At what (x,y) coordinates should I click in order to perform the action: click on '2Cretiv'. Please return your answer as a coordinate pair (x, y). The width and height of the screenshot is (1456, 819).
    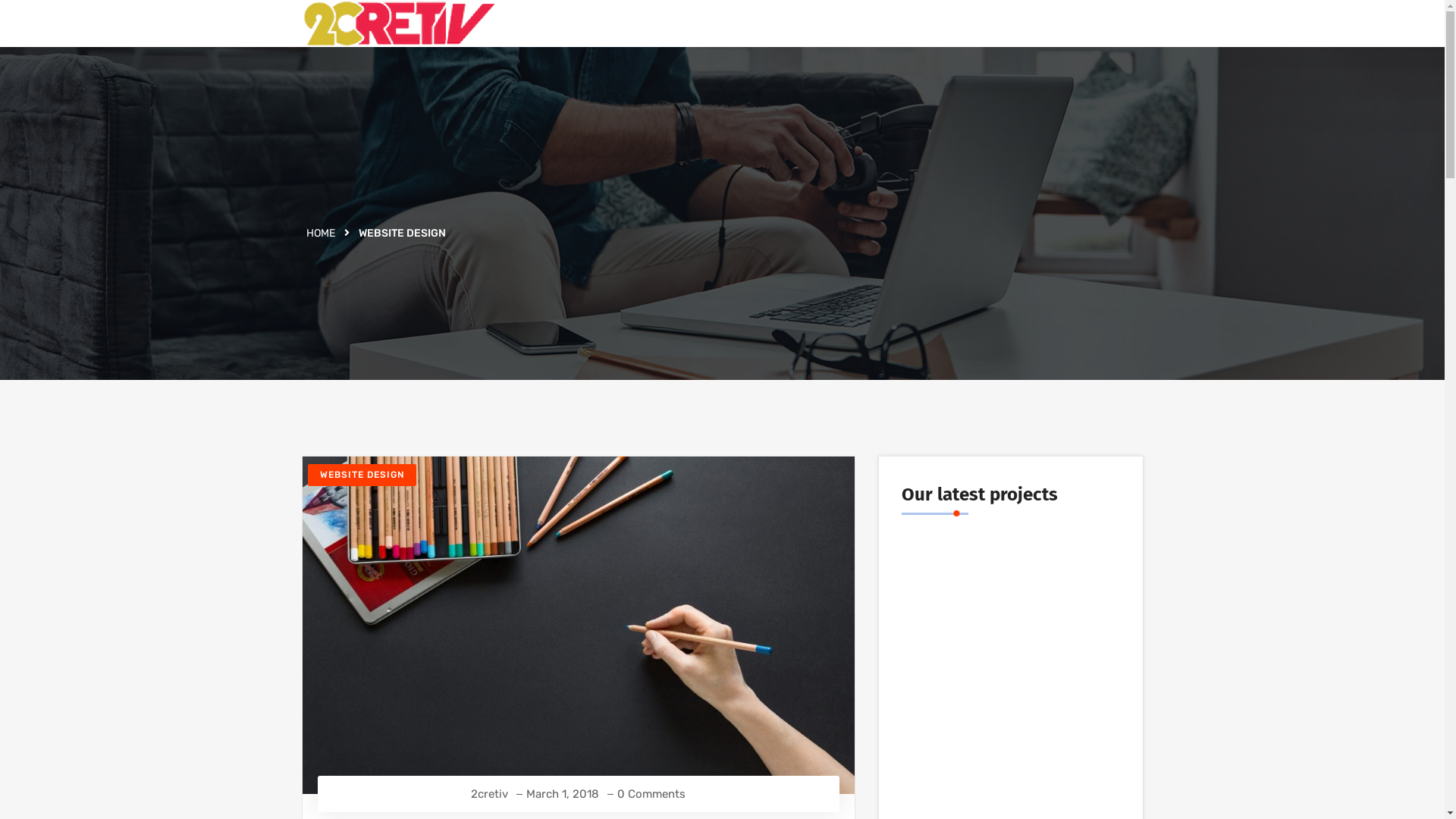
    Looking at the image, I should click on (398, 23).